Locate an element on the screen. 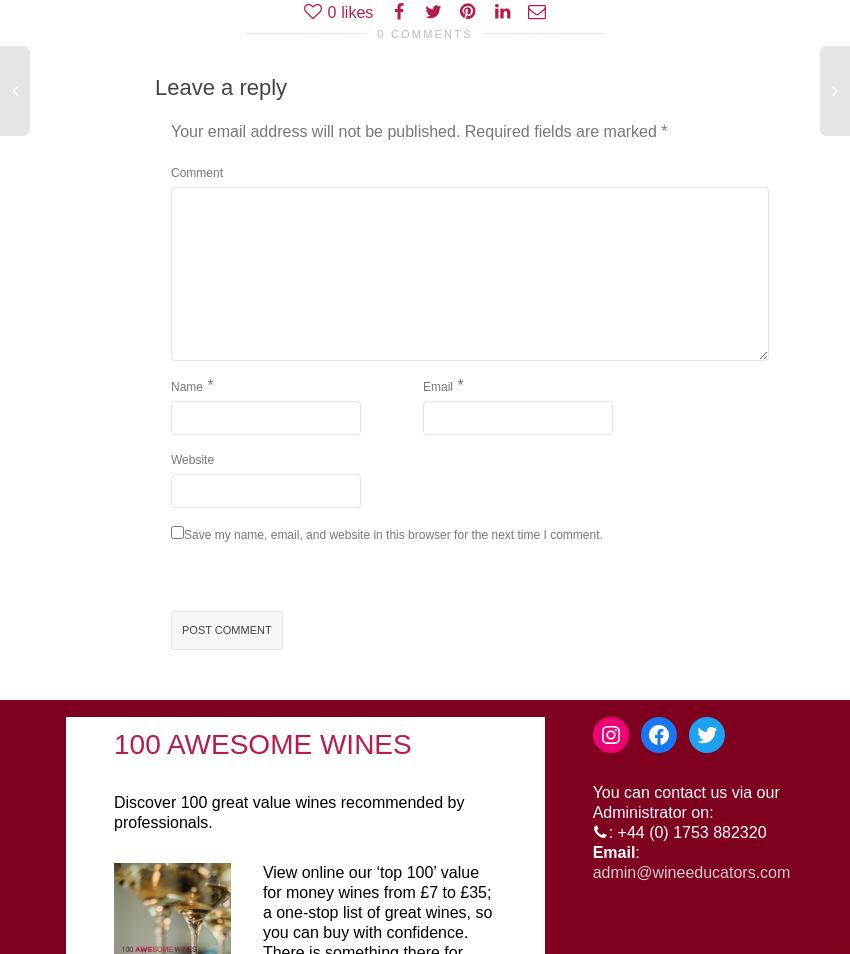 The height and width of the screenshot is (954, 850). '0' is located at coordinates (326, 11).